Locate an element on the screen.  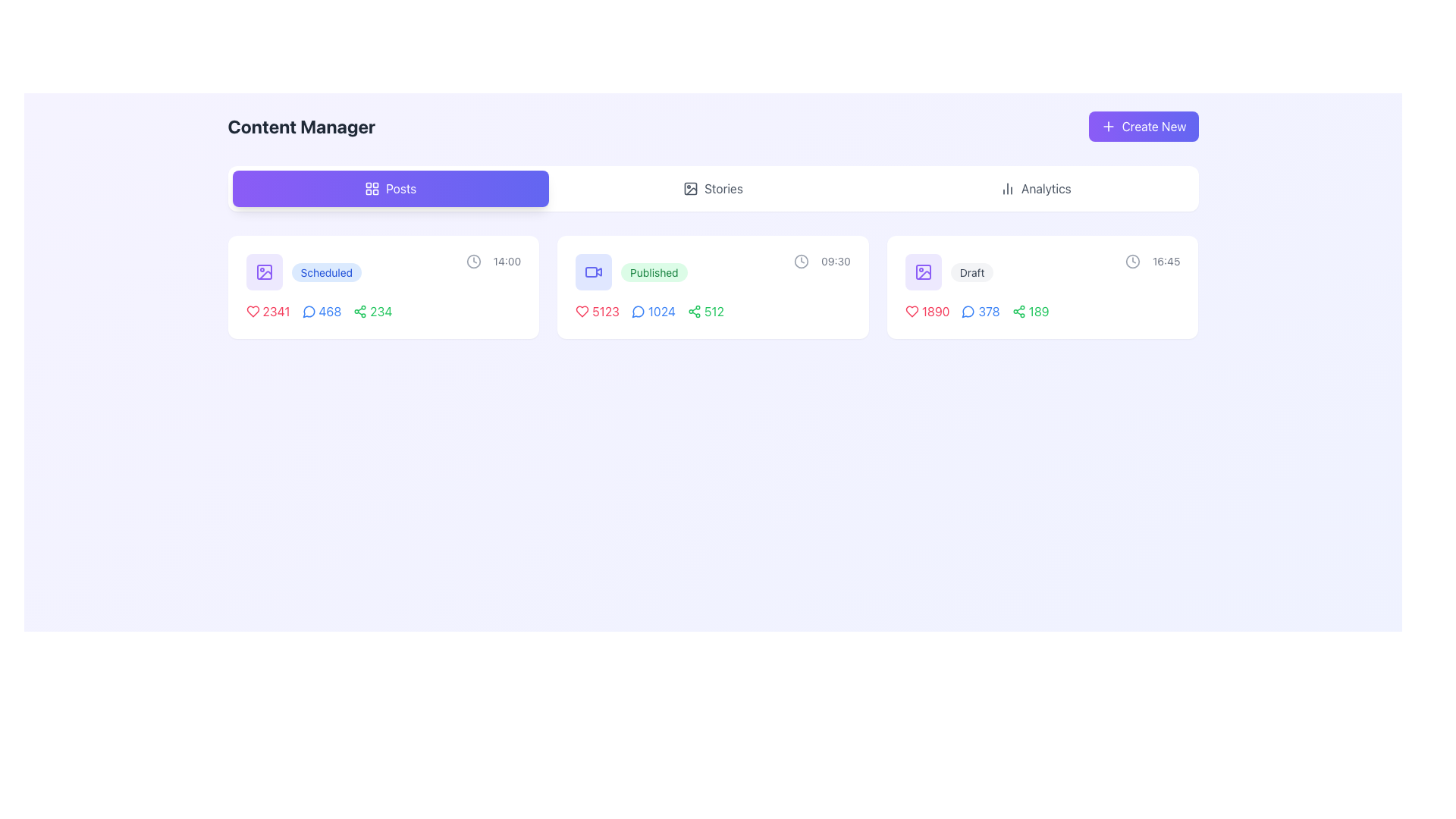
contents of the text label displaying '234', which is green and bold, located in the card layout of a scheduled post, specifically on the bottom row adjacent to a share icon is located at coordinates (381, 311).